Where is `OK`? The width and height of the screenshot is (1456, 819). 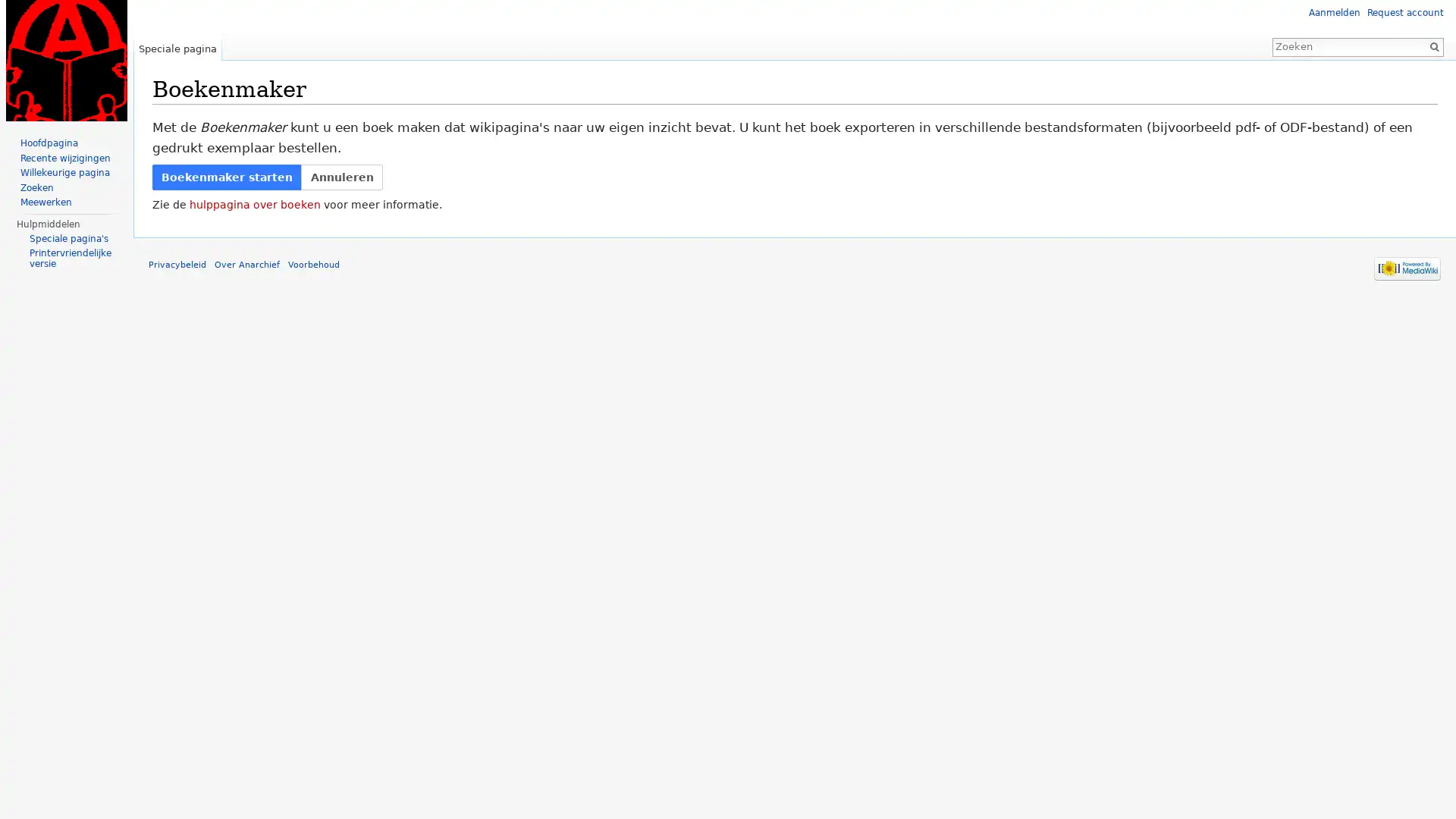 OK is located at coordinates (1433, 45).